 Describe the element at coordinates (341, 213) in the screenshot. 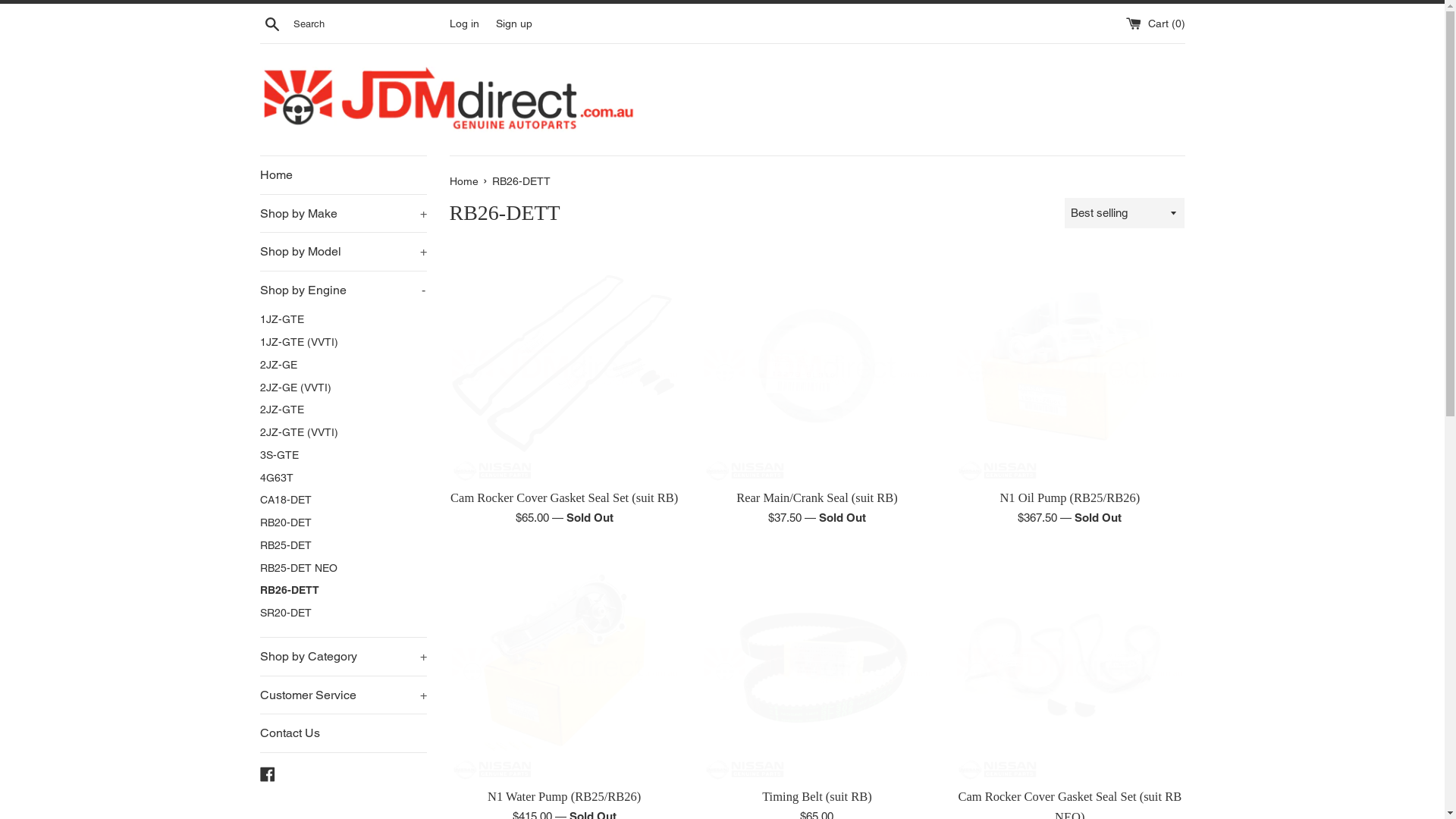

I see `'Shop by Make` at that location.